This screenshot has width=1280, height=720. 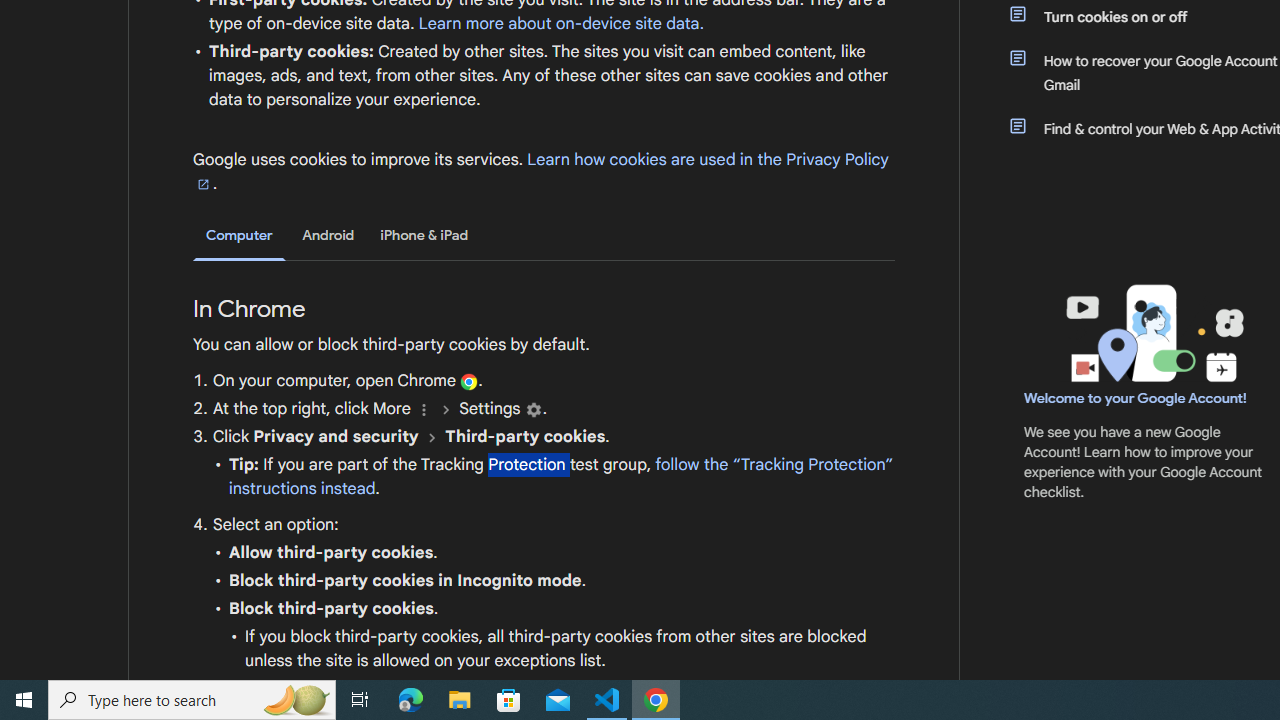 What do you see at coordinates (541, 170) in the screenshot?
I see `'Learn how cookies are used in the Privacy Policy'` at bounding box center [541, 170].